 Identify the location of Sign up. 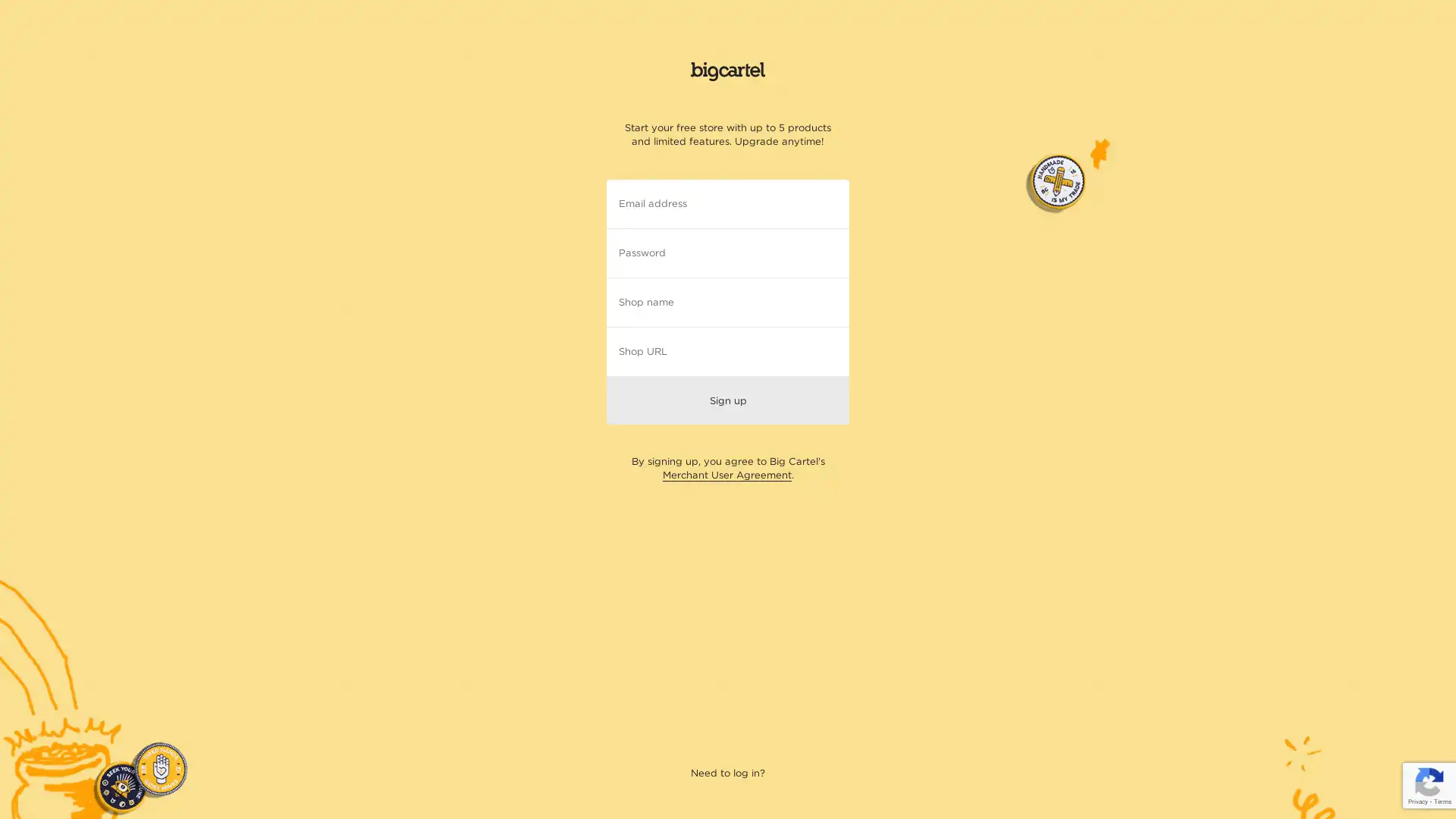
(728, 399).